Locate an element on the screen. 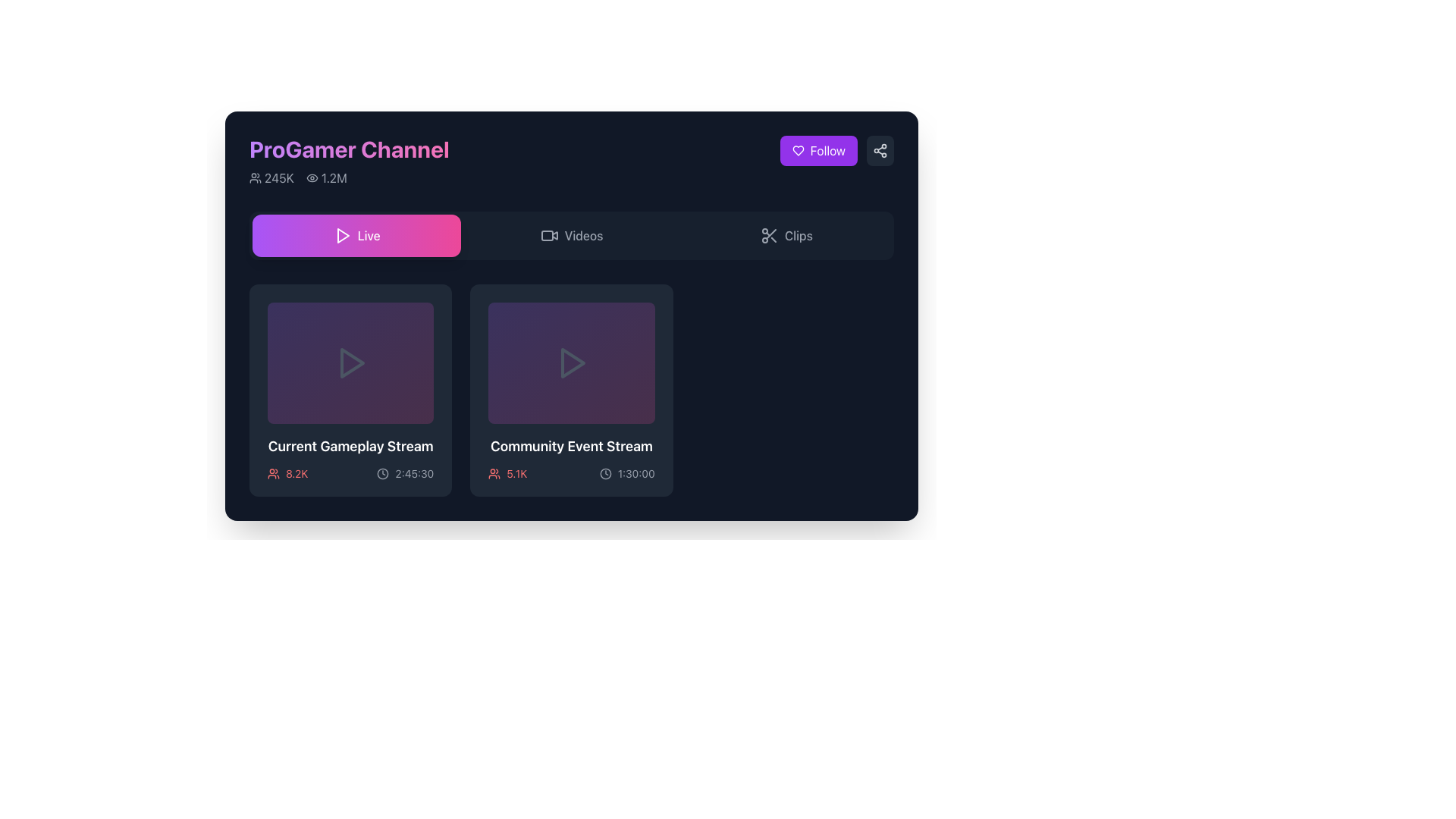  the 'Videos' button, which is a compact button with a video camera icon and text, located centrally in the navigation bar is located at coordinates (570, 236).